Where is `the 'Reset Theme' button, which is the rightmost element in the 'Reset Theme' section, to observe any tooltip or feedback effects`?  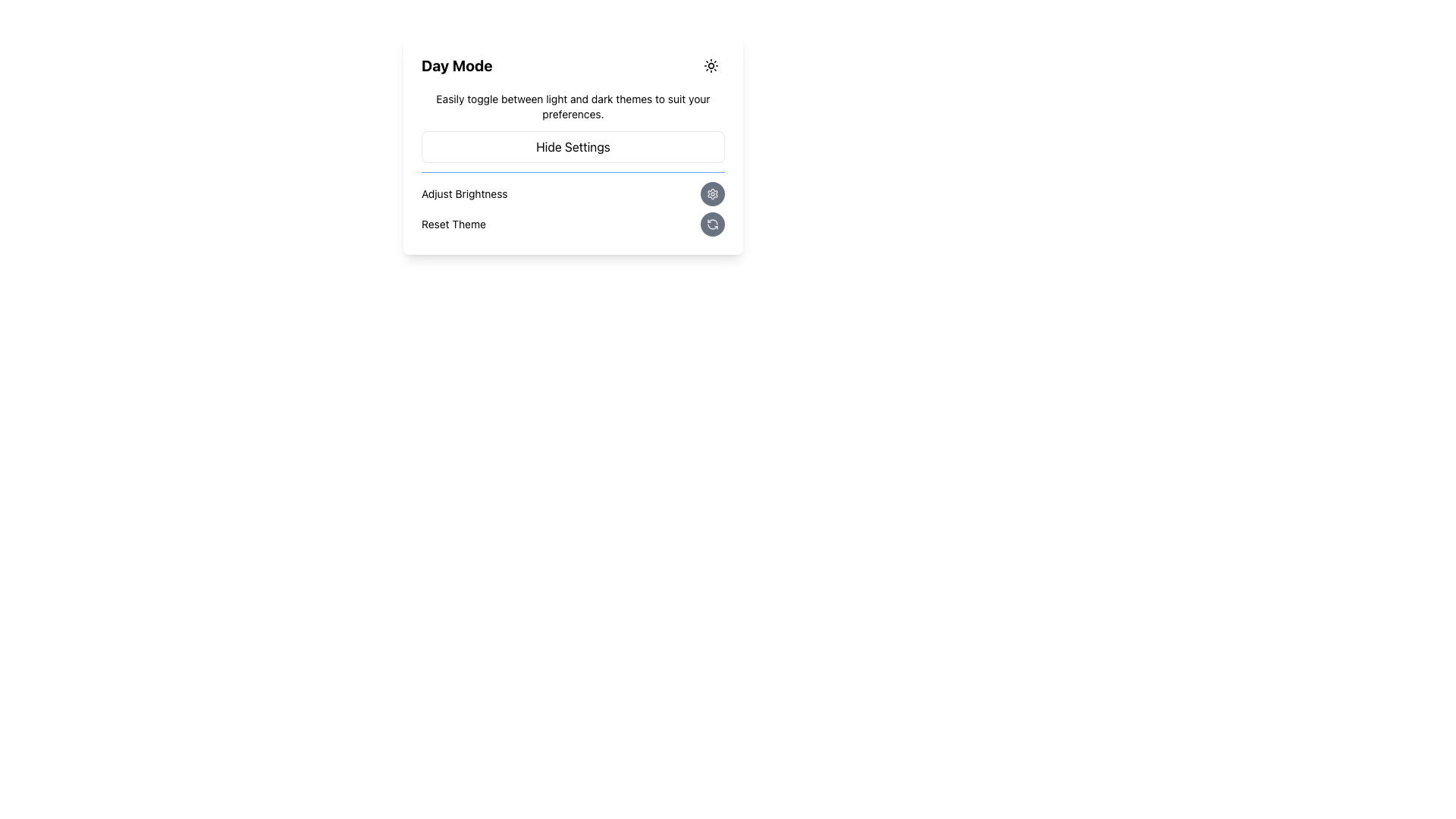 the 'Reset Theme' button, which is the rightmost element in the 'Reset Theme' section, to observe any tooltip or feedback effects is located at coordinates (712, 224).